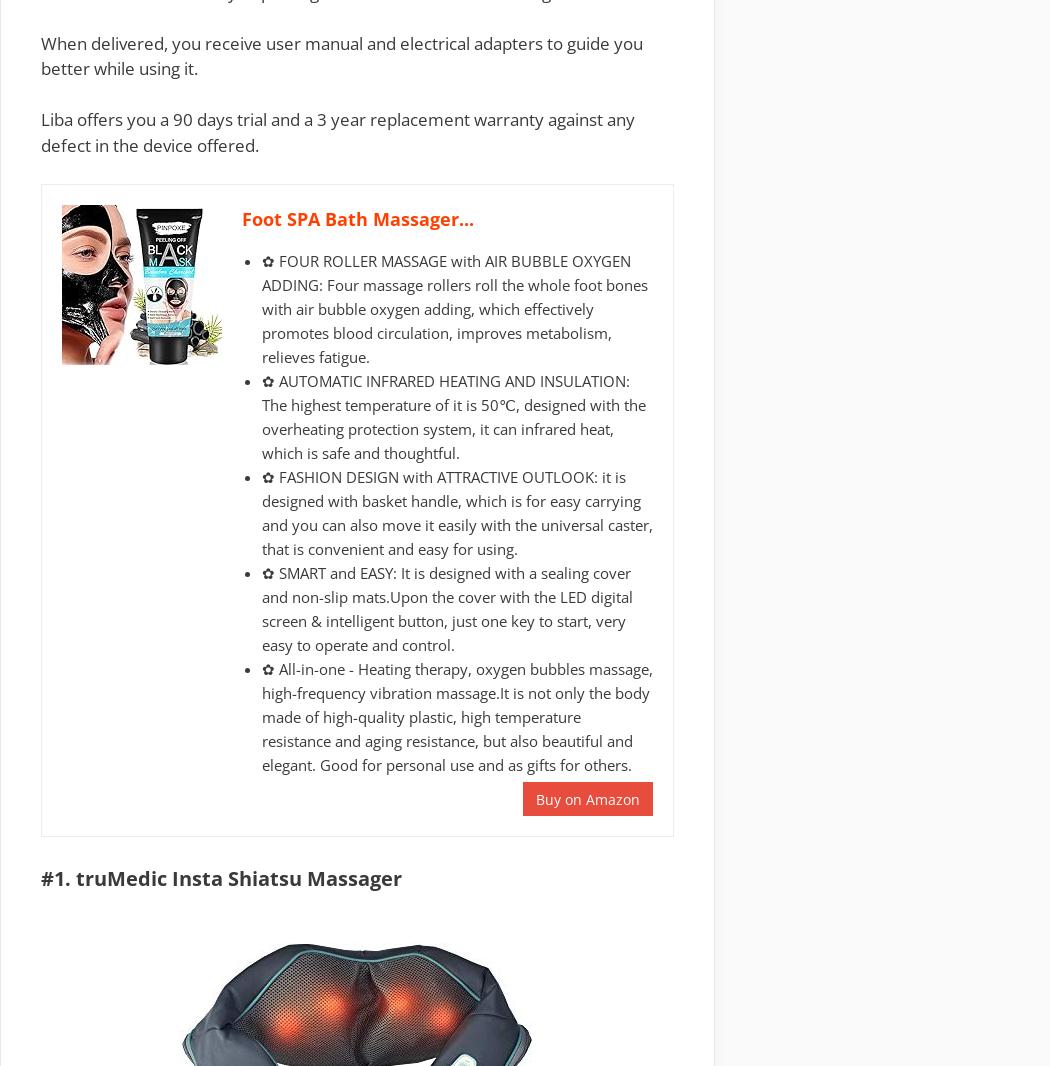 The width and height of the screenshot is (1050, 1066). I want to click on '✿ SMART and EASY: It is designed with a sealing cover and non-slip mats.Upon the cover with the LED digital screen & intelligent button, just one key to start, very easy to operate and control.', so click(446, 607).